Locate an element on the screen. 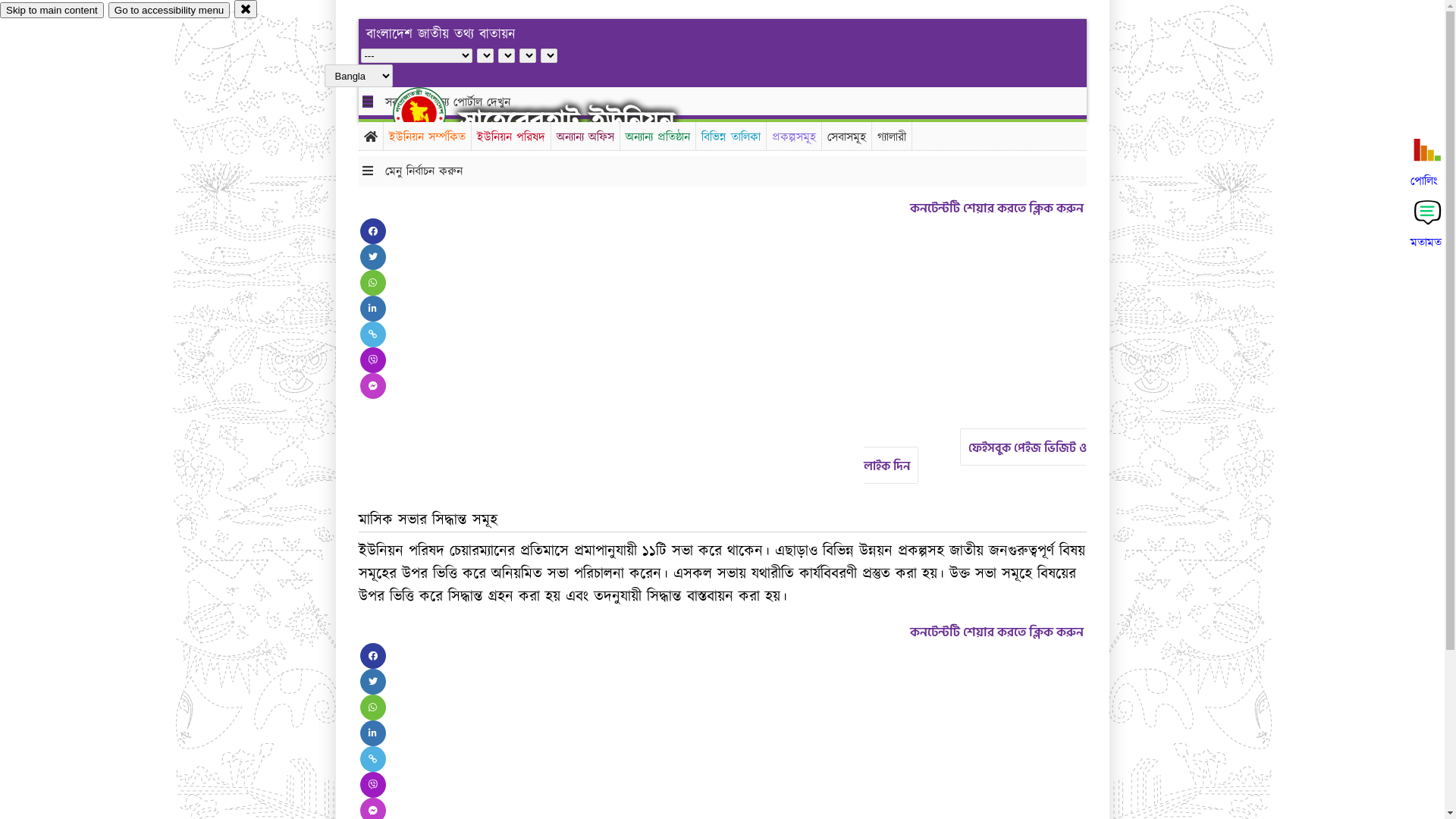  'Go to accessibility menu' is located at coordinates (168, 10).